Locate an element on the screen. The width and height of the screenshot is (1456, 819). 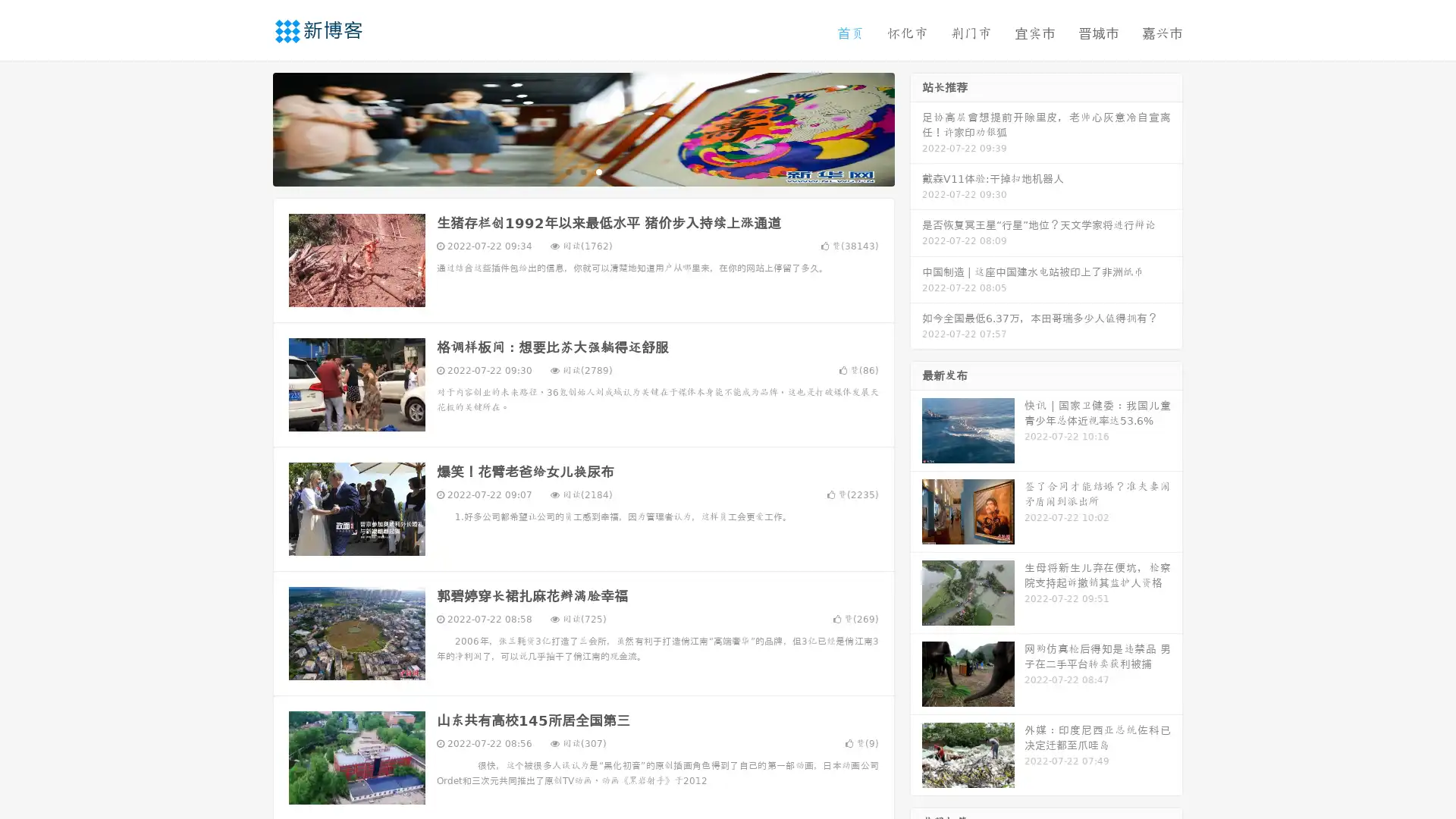
Previous slide is located at coordinates (250, 127).